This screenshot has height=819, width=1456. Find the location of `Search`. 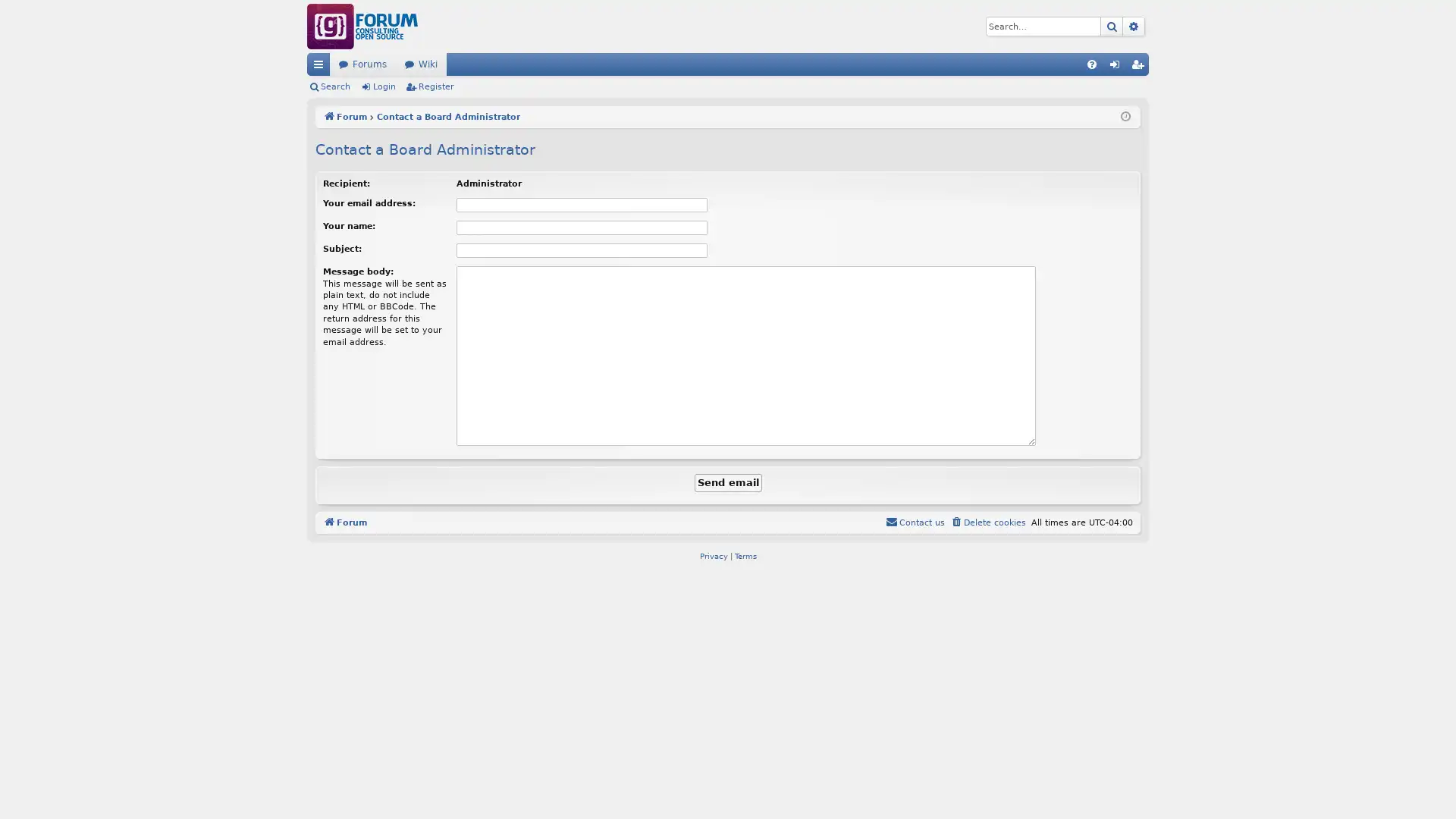

Search is located at coordinates (1111, 26).